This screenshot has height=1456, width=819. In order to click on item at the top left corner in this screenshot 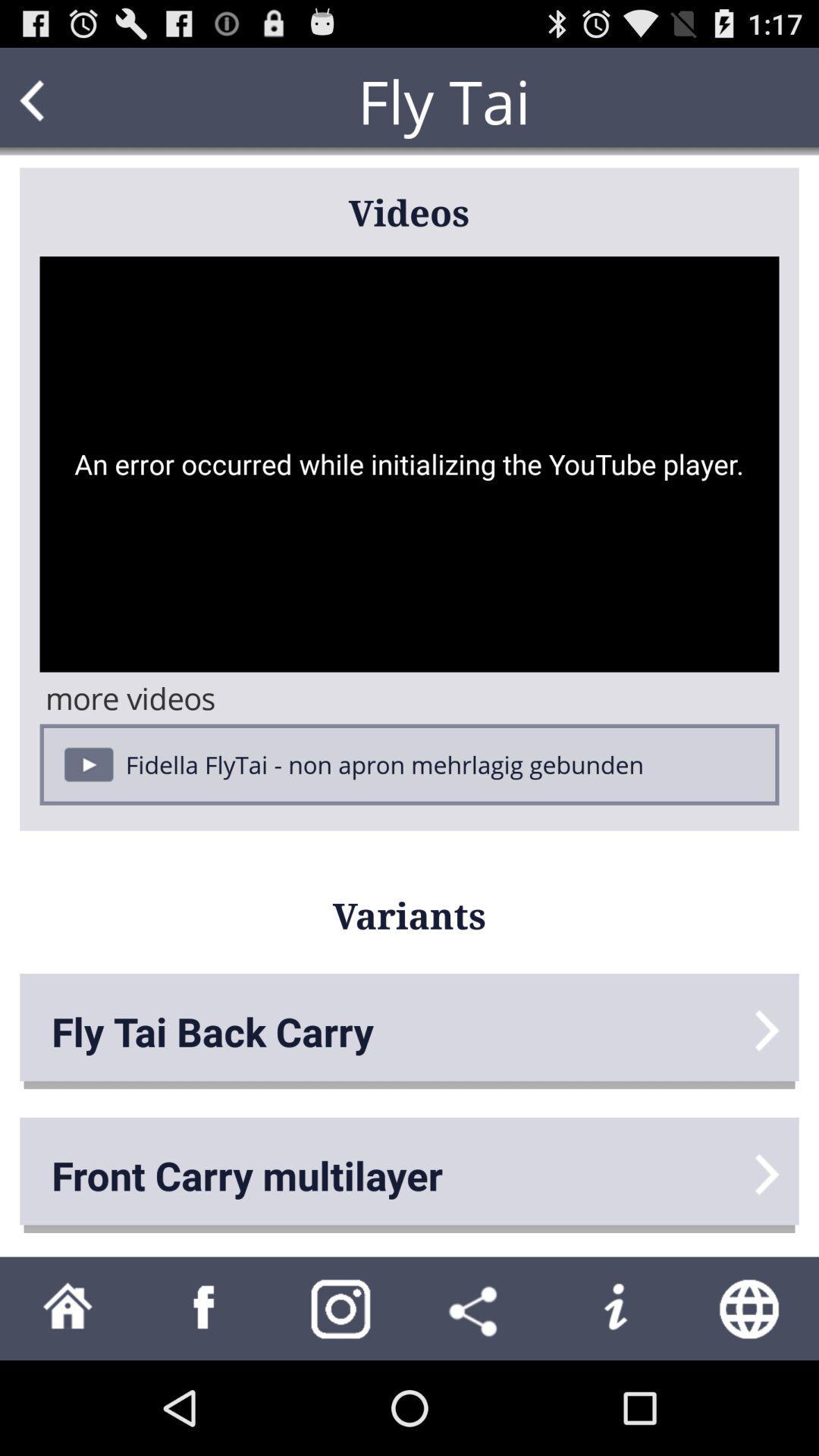, I will do `click(61, 100)`.